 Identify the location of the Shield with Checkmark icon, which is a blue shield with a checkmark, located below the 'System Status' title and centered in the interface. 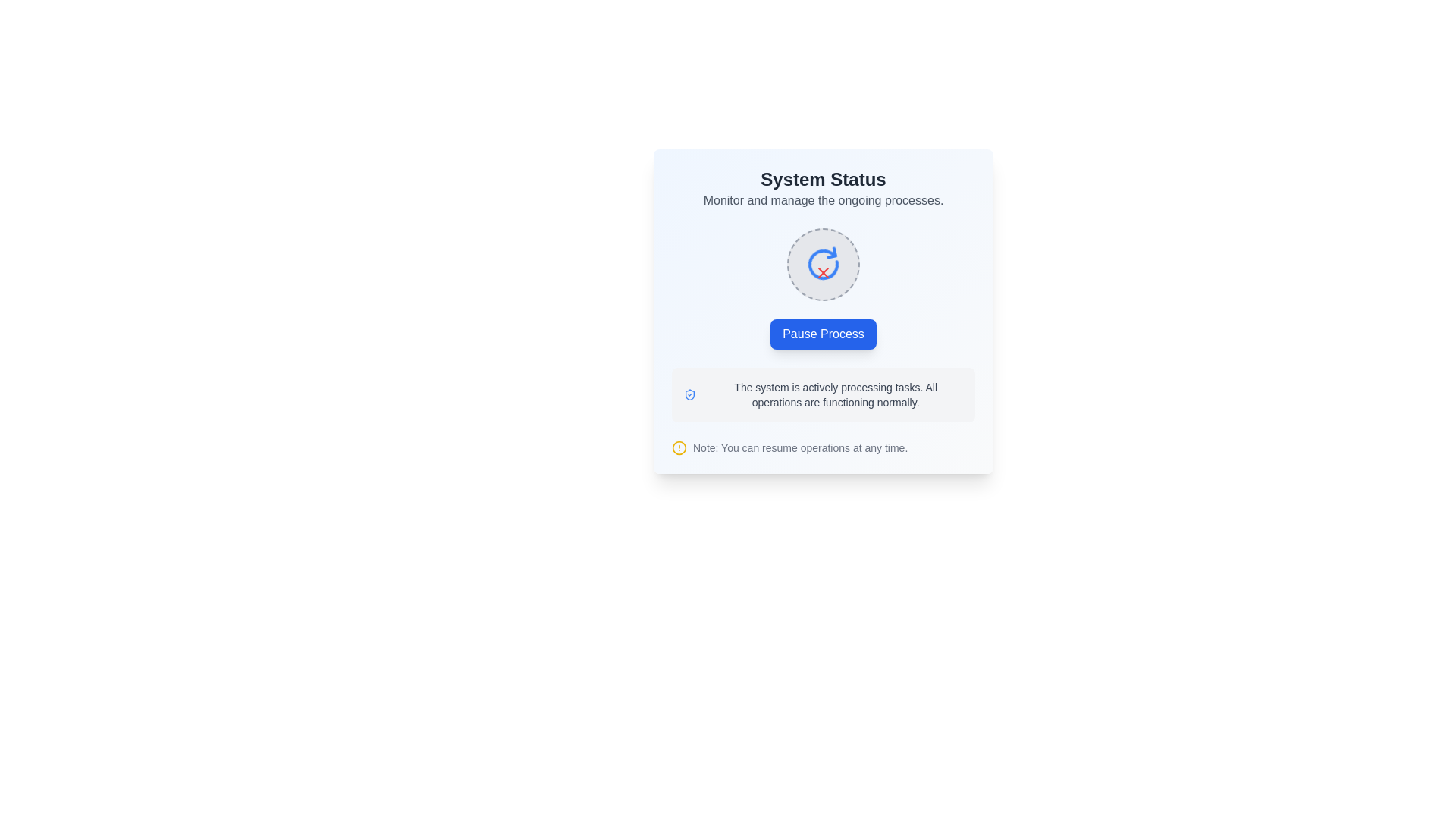
(689, 394).